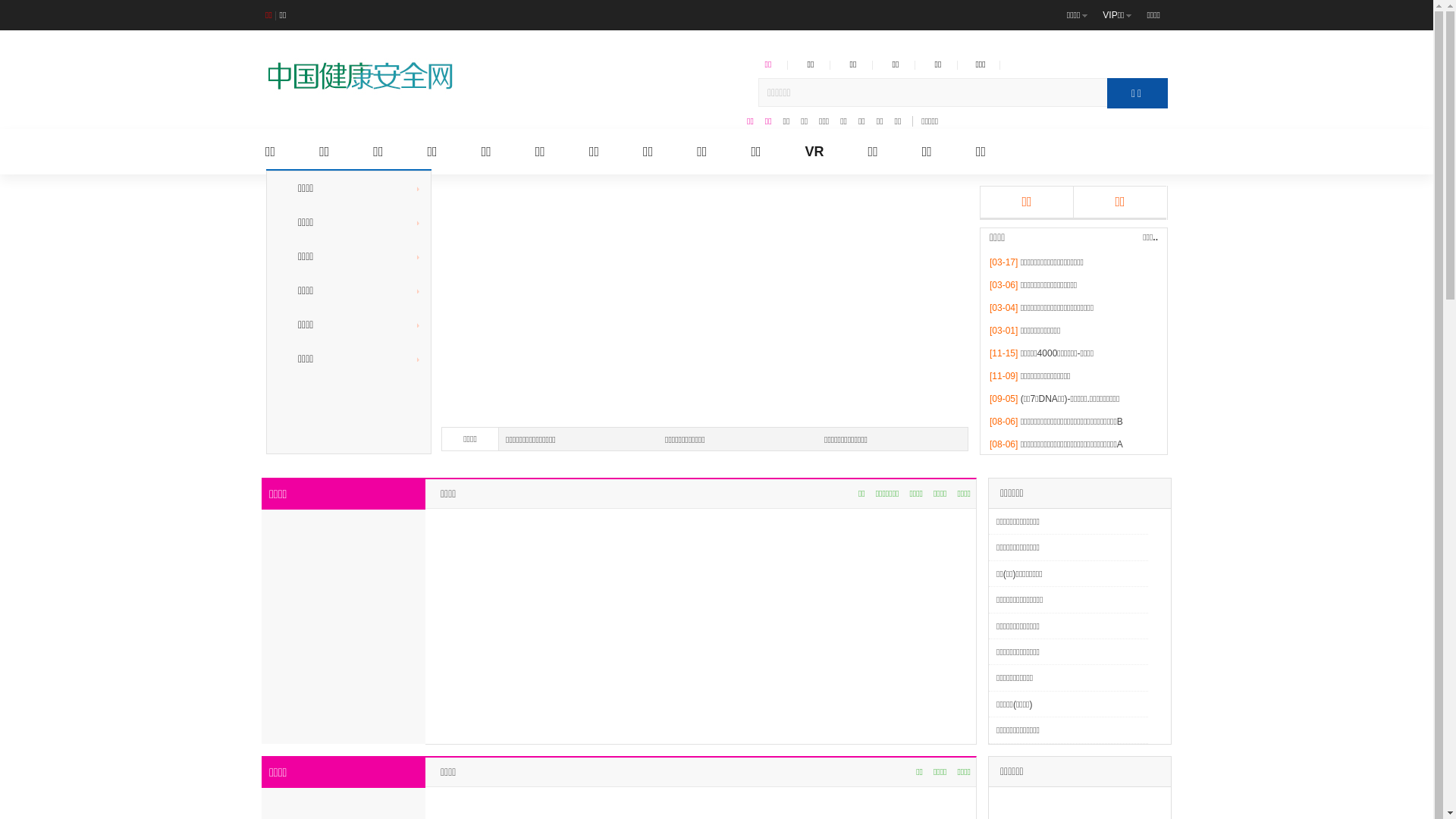 This screenshot has height=819, width=1456. Describe the element at coordinates (1003, 353) in the screenshot. I see `'[11-15]'` at that location.